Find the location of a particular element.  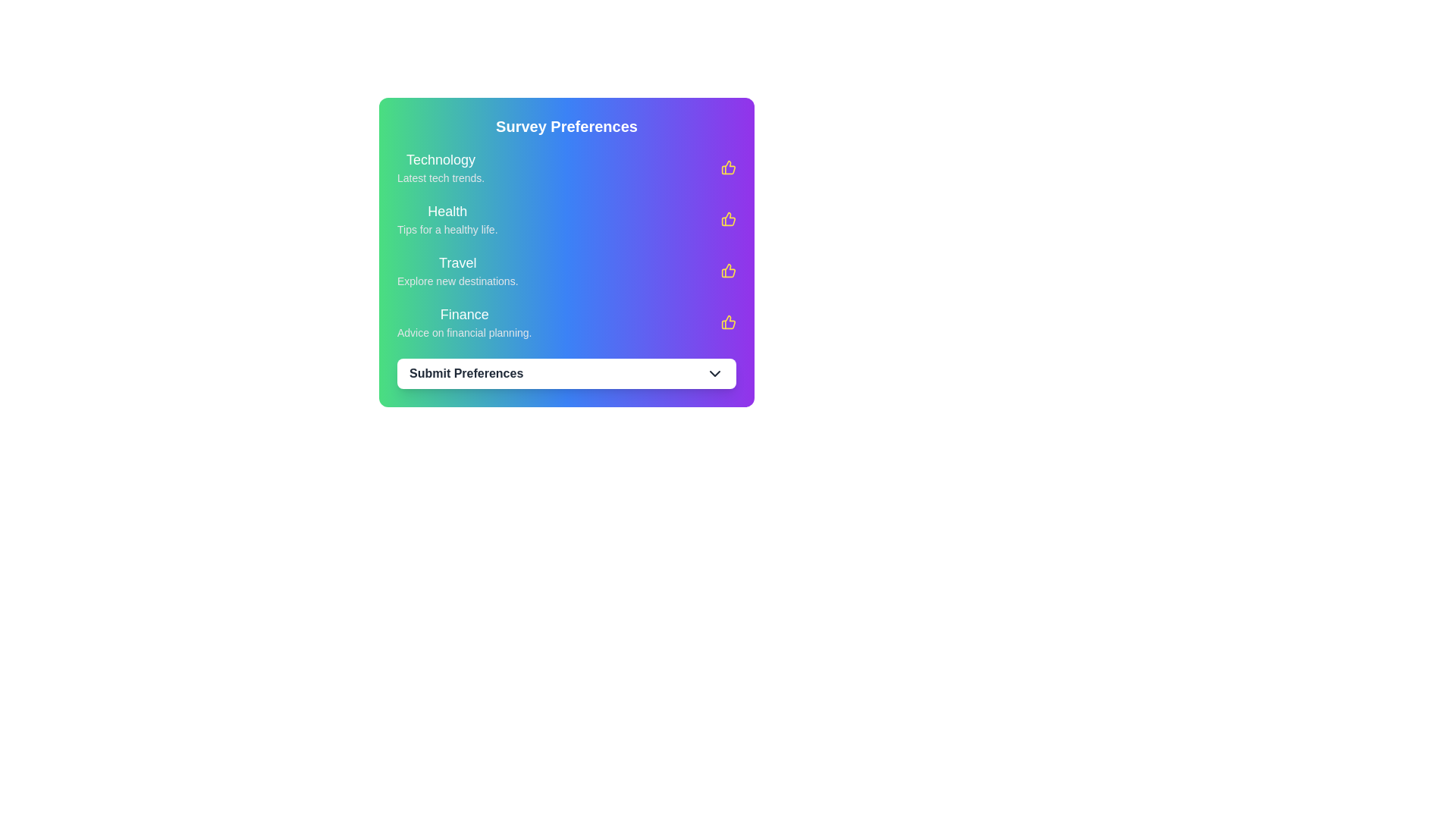

the Header text displaying 'Survey Preferences', which is a bold, large font component centered at the top of the survey section is located at coordinates (566, 125).